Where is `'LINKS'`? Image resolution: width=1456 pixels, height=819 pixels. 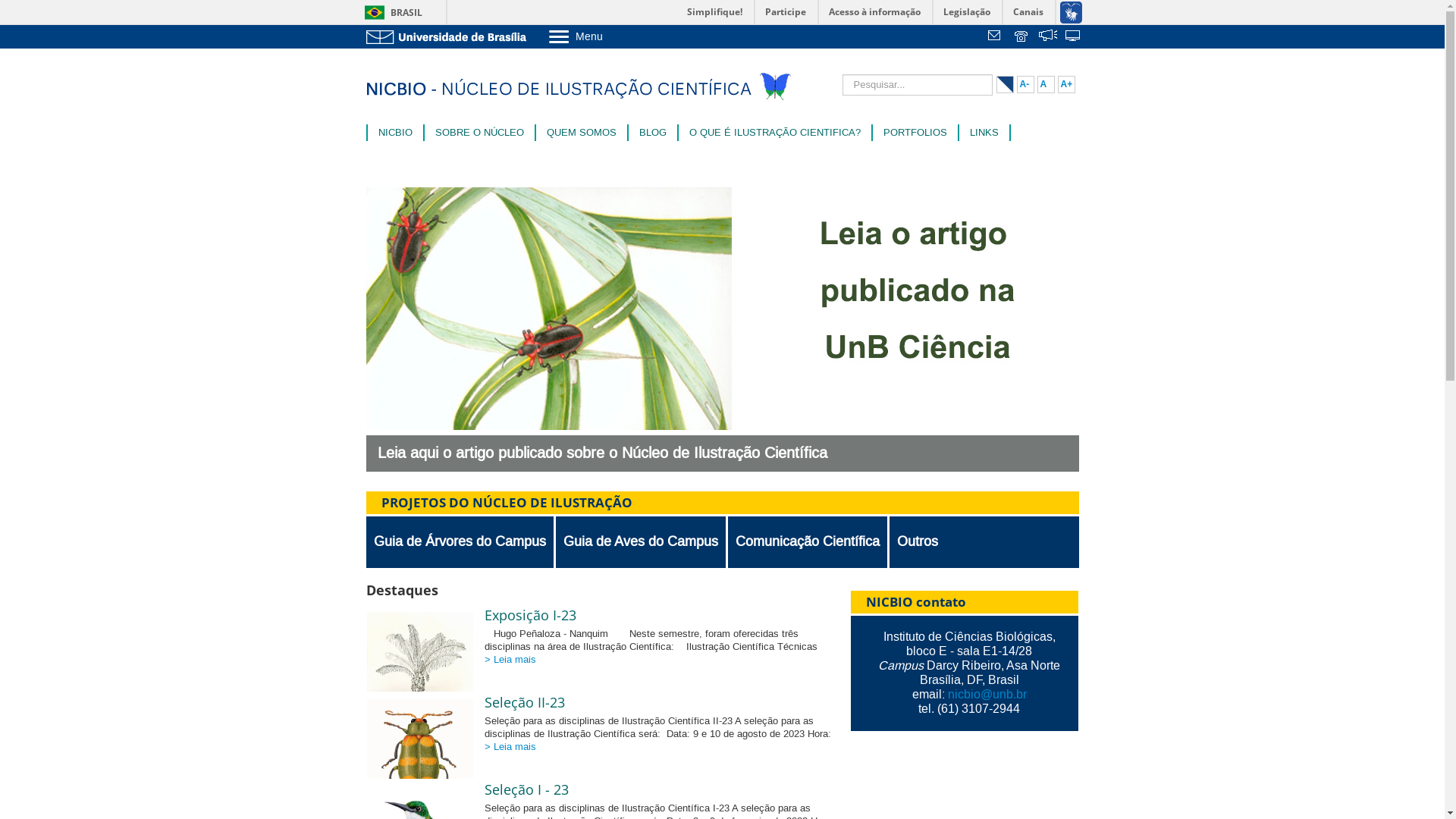 'LINKS' is located at coordinates (957, 131).